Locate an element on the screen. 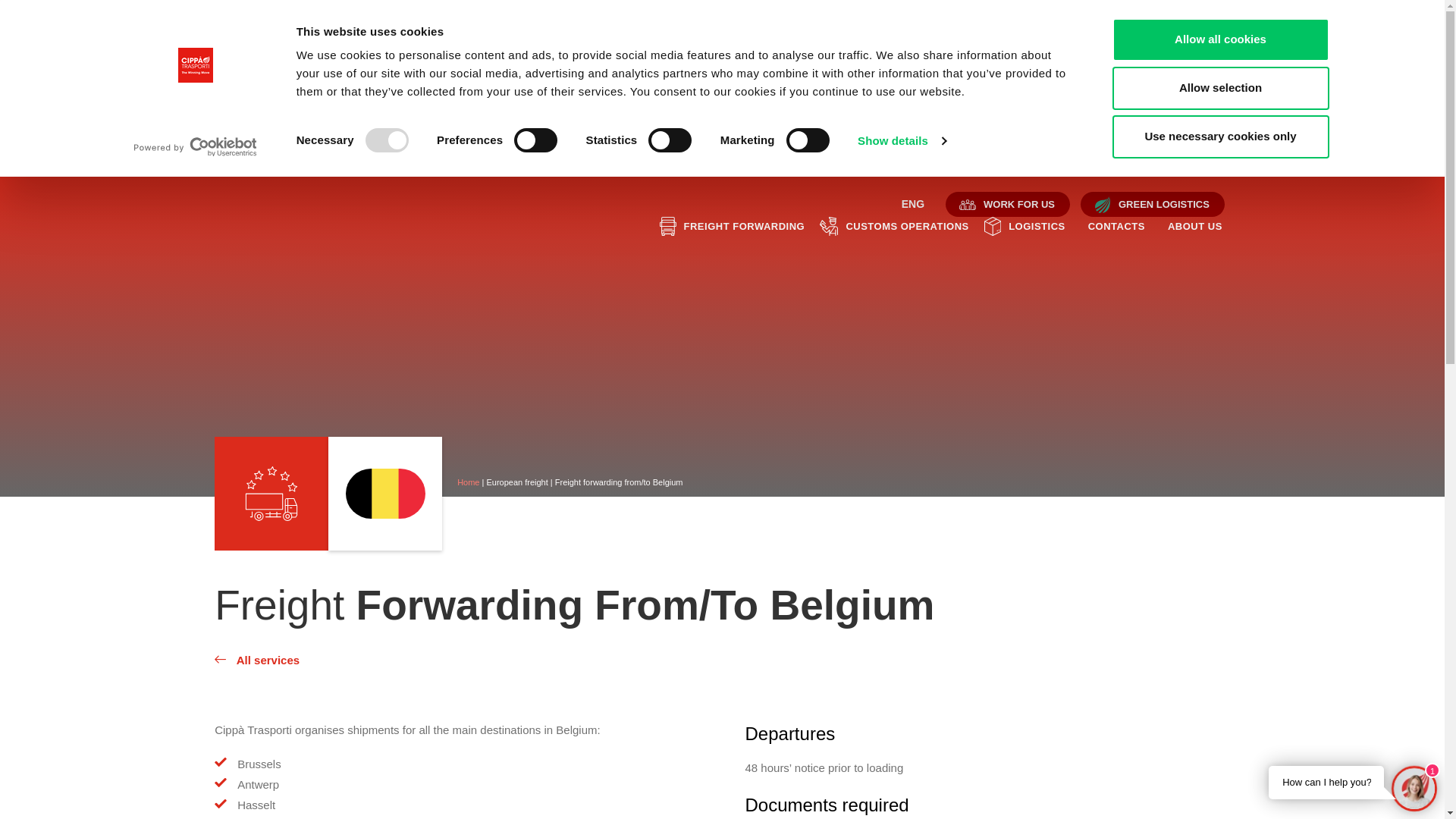 Image resolution: width=1456 pixels, height=819 pixels. 'CUSTOMS OPERATIONS' is located at coordinates (906, 227).